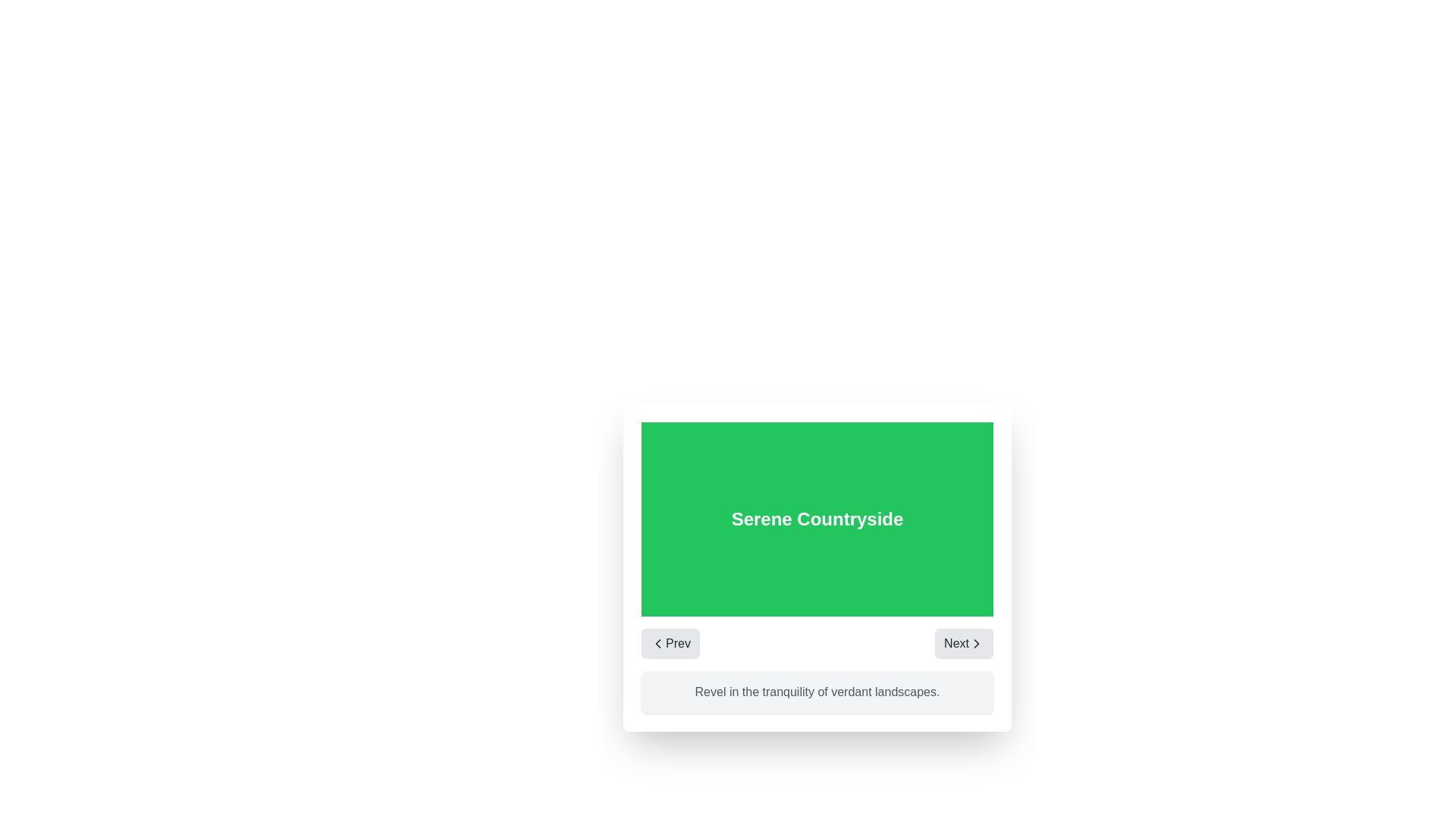  Describe the element at coordinates (963, 643) in the screenshot. I see `the 'Next' button located at the bottom-right section of the card layout, which has rounded corners, a light gray background, and an arrow indicating navigation` at that location.